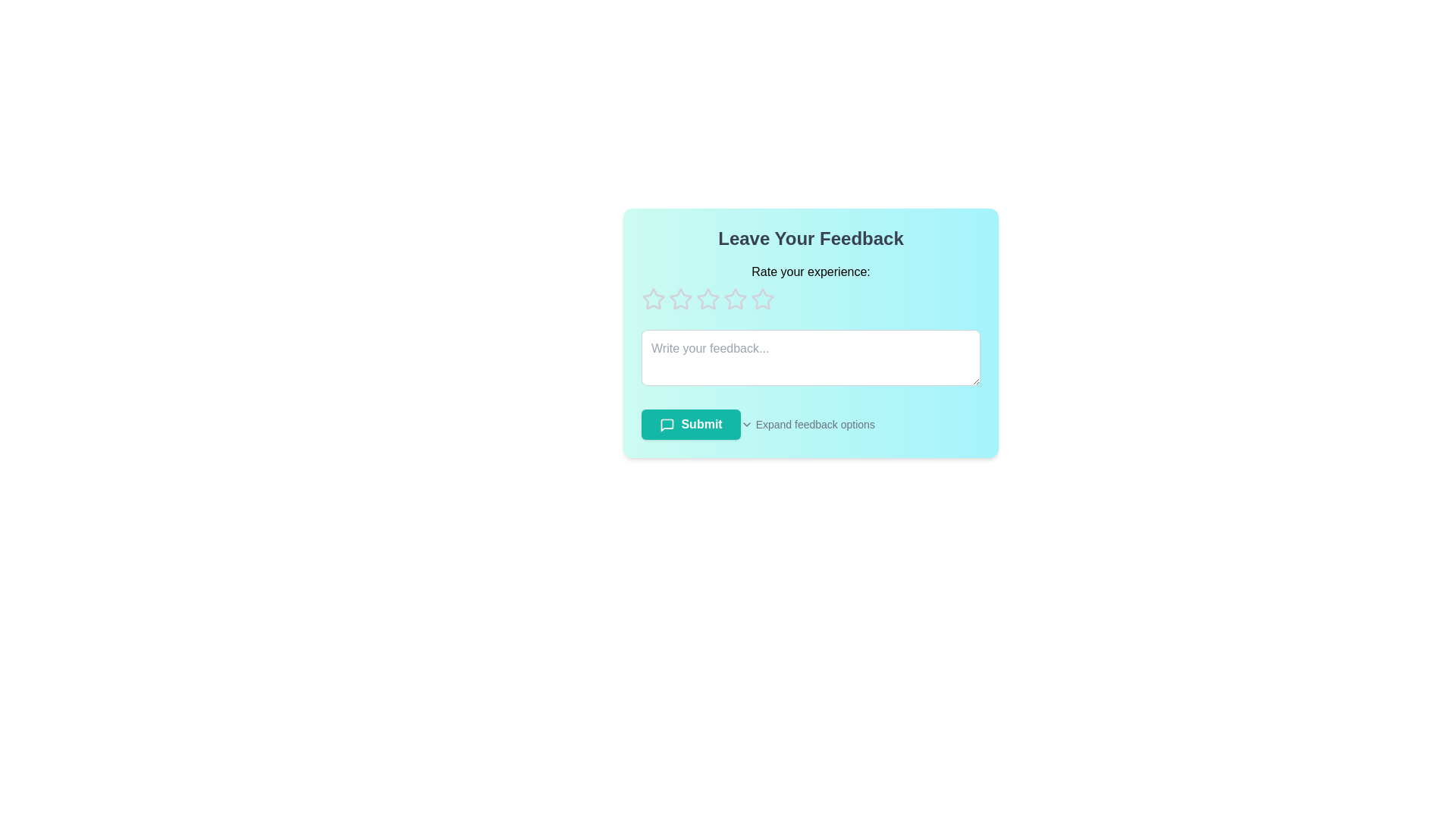 This screenshot has height=819, width=1456. I want to click on the second star in the row of five stars in the feedback form to provide a rating, so click(735, 299).